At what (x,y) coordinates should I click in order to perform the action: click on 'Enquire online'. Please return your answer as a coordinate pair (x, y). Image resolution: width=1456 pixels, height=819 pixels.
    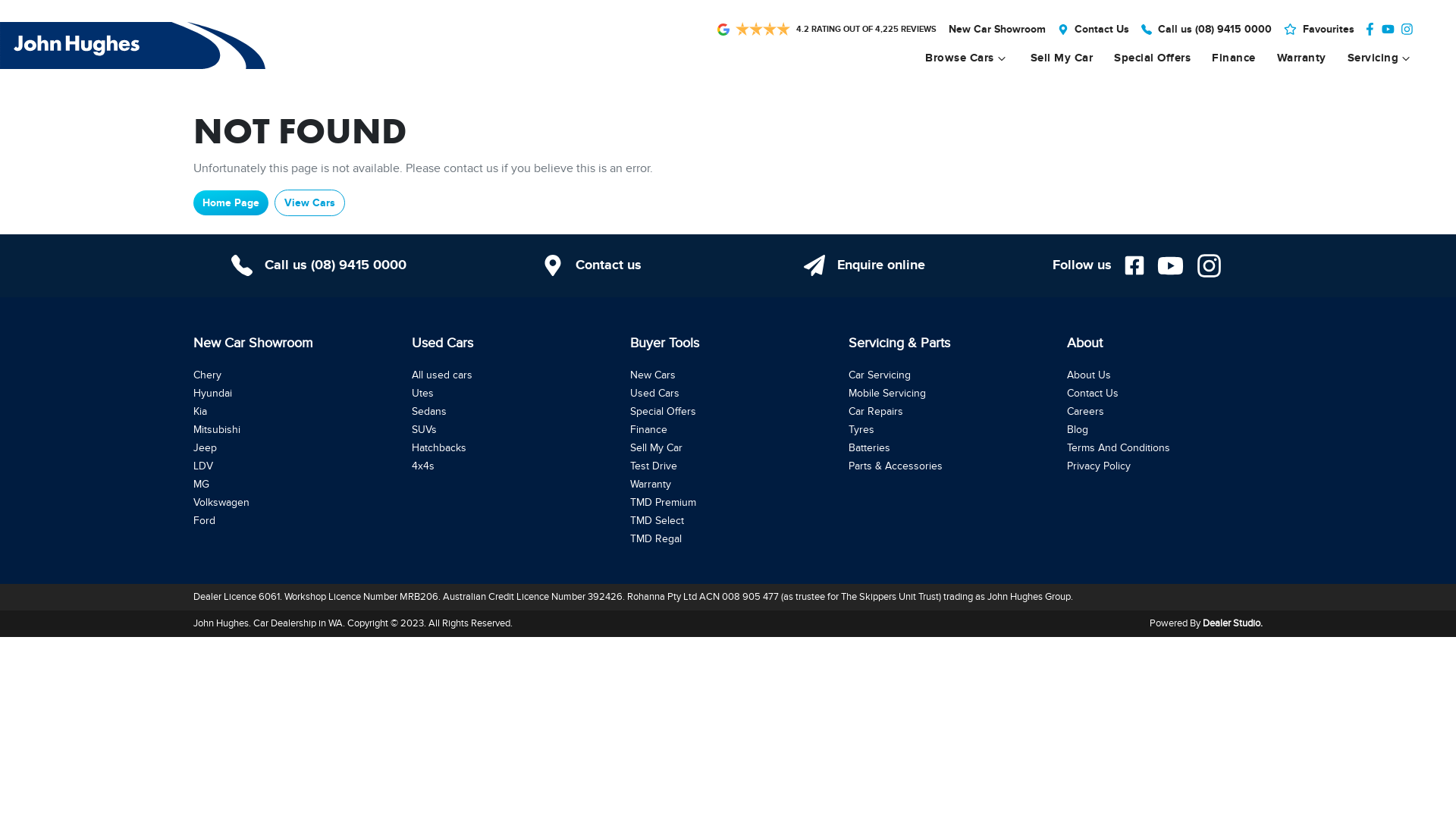
    Looking at the image, I should click on (803, 265).